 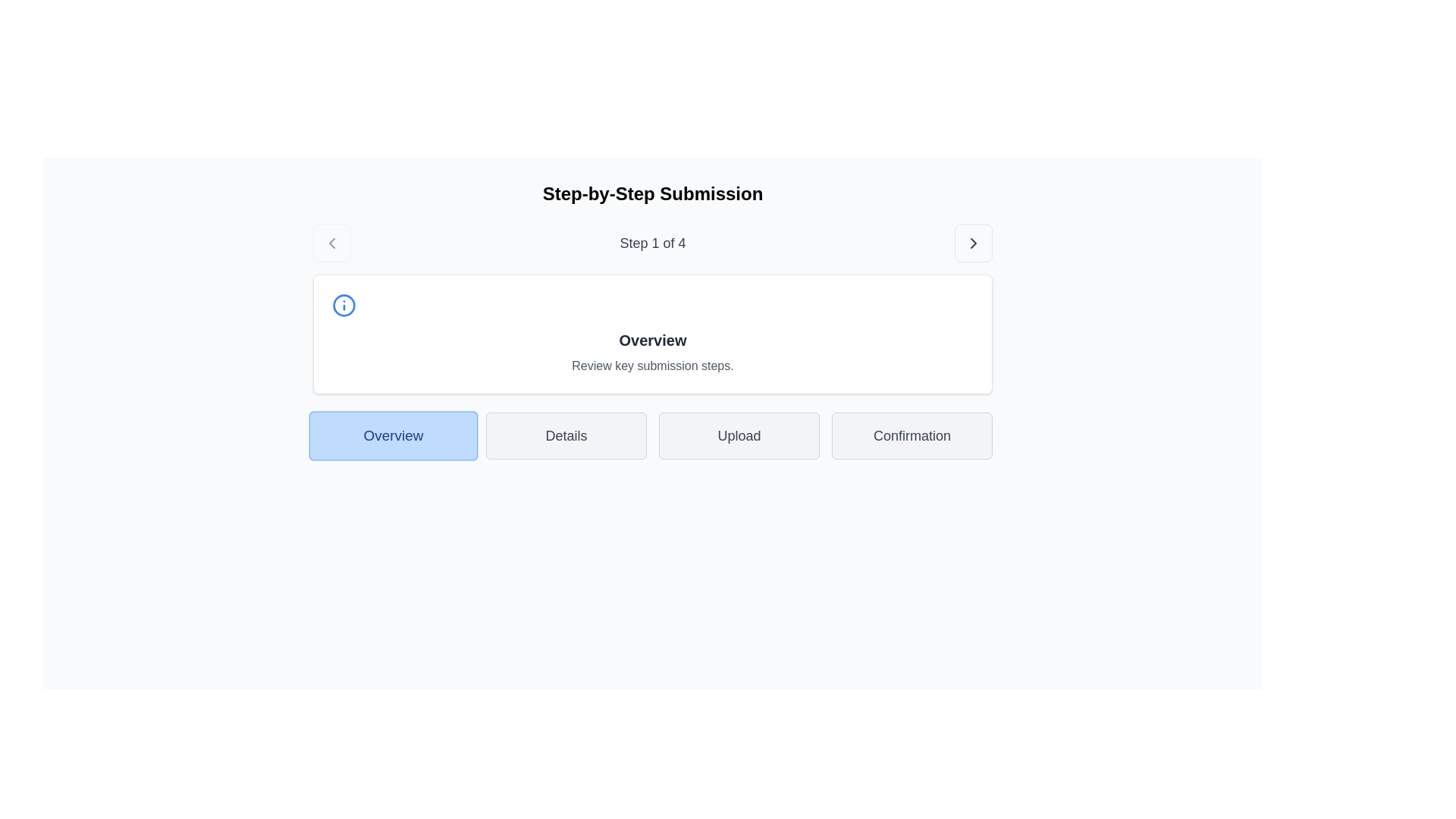 What do you see at coordinates (393, 435) in the screenshot?
I see `the 'Overview' text label inside the blue button located at the bottom center of the interface` at bounding box center [393, 435].